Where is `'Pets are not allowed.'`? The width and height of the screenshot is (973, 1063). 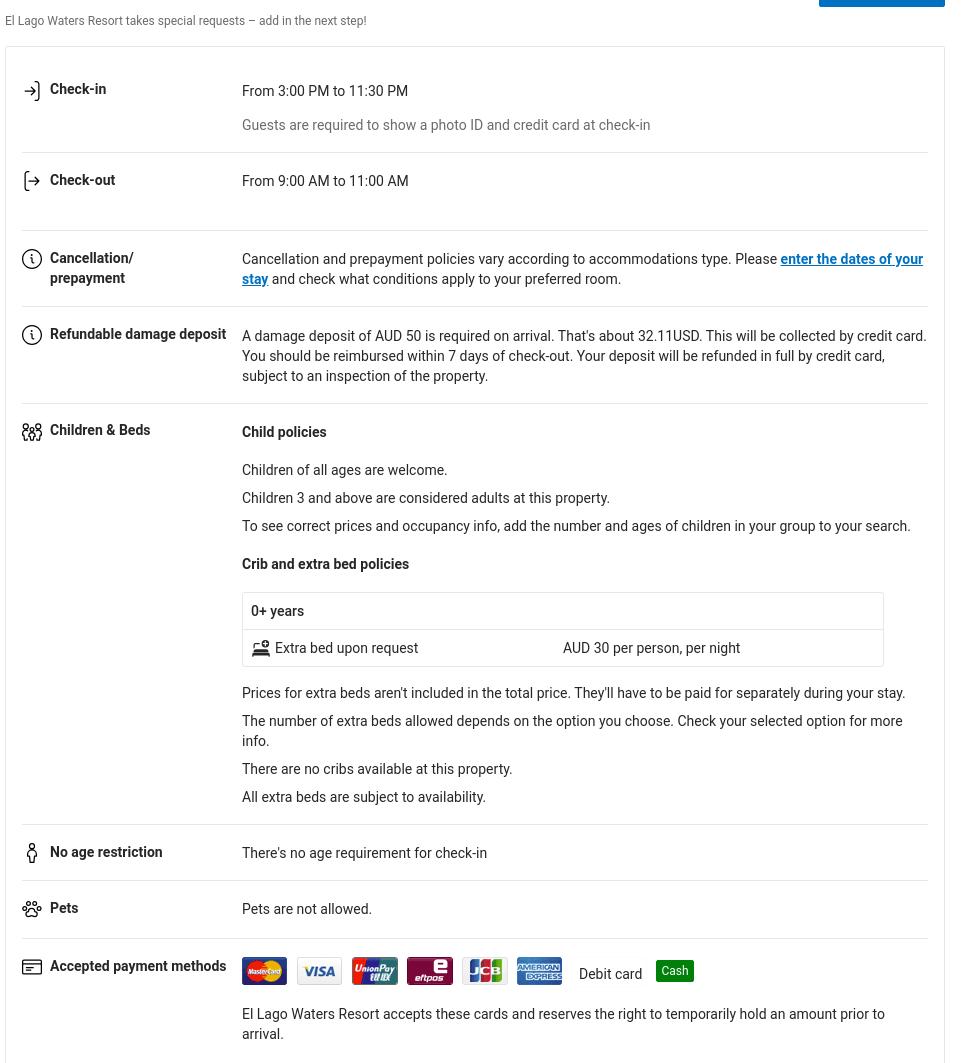 'Pets are not allowed.' is located at coordinates (306, 907).